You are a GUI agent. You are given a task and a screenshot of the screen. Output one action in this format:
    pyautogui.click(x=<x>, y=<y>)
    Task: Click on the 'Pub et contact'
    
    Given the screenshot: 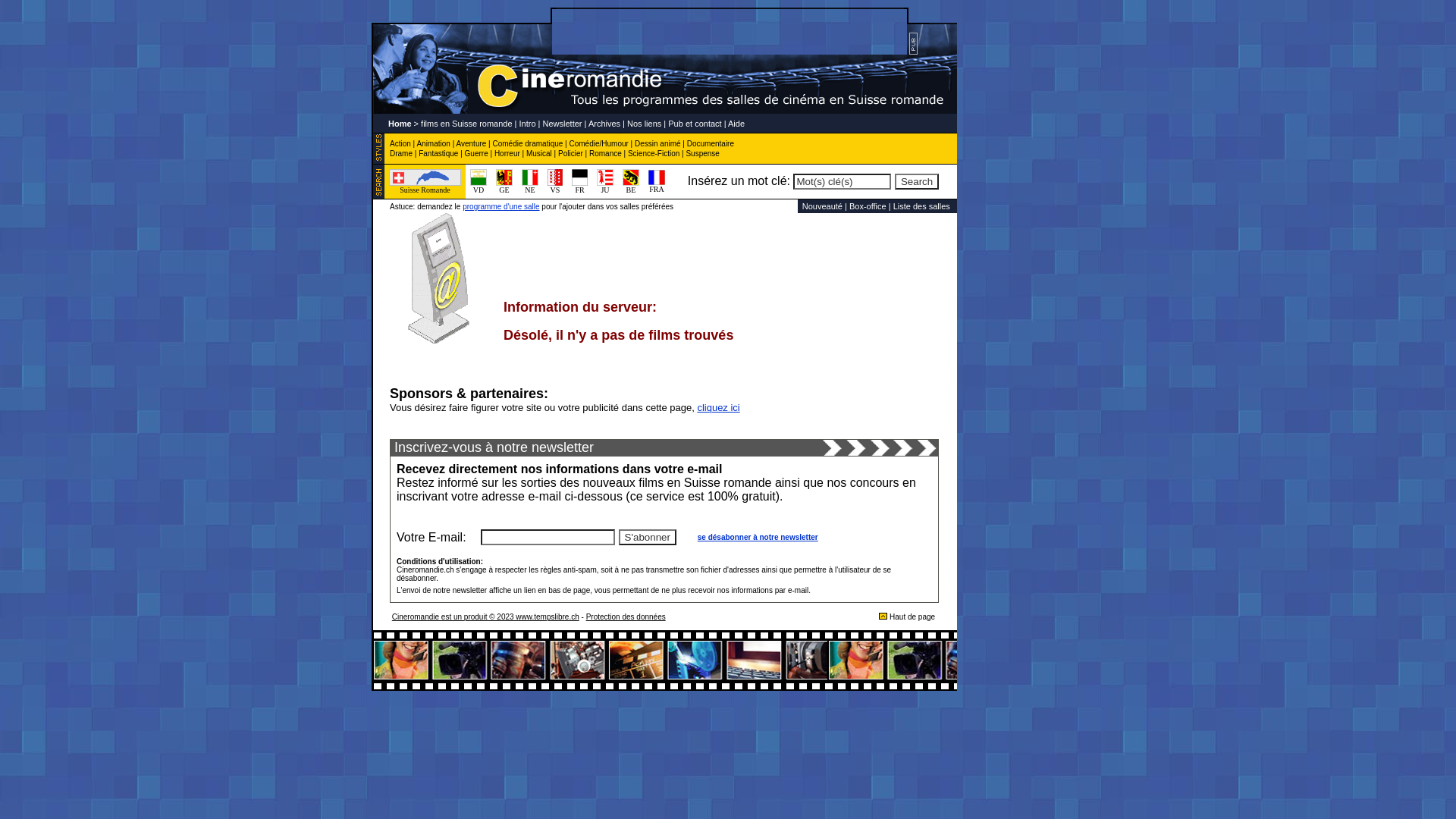 What is the action you would take?
    pyautogui.click(x=667, y=122)
    